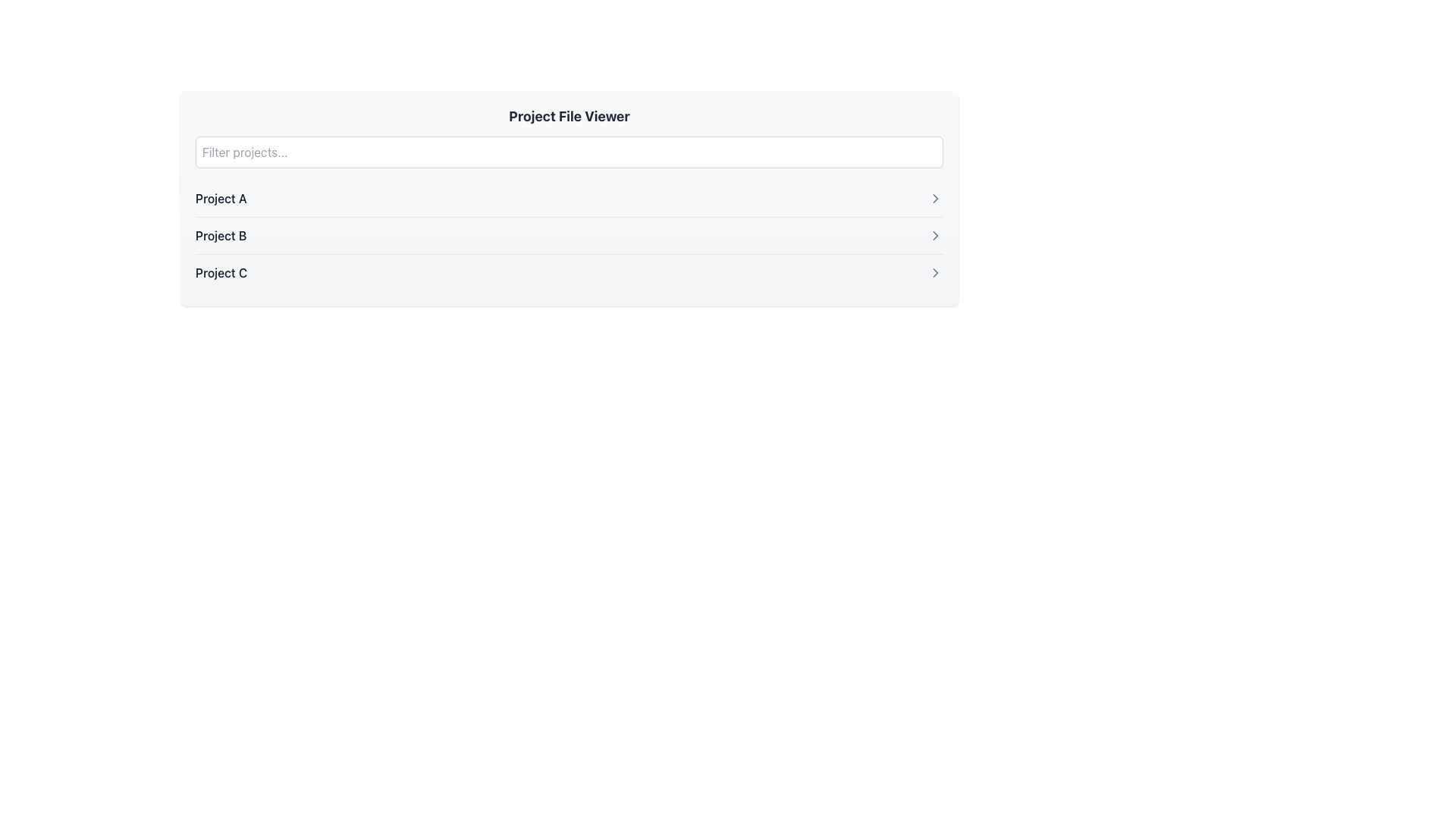 This screenshot has width=1456, height=819. Describe the element at coordinates (568, 198) in the screenshot. I see `the first list item for 'Project A'` at that location.